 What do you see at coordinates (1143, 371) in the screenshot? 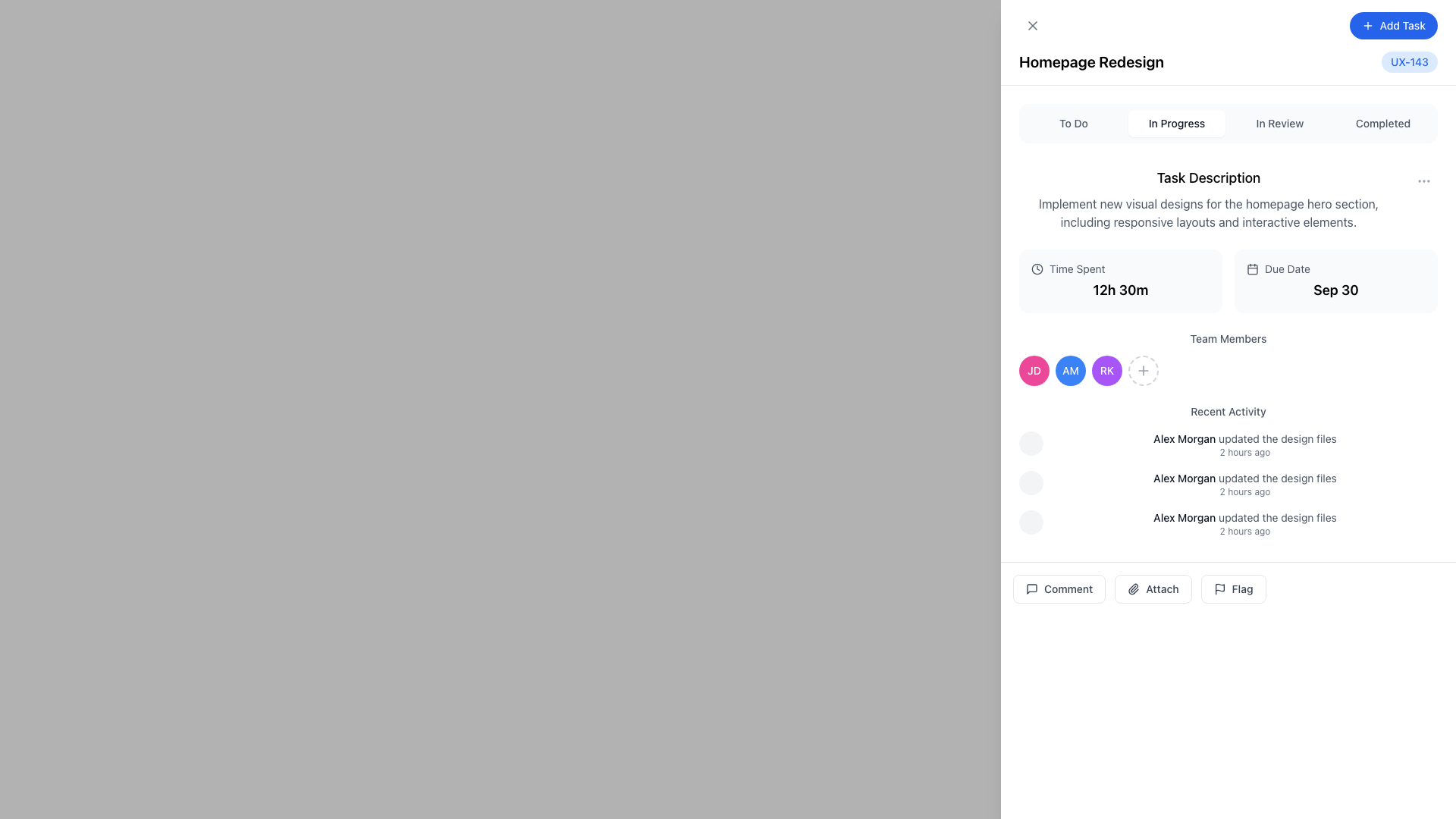
I see `the button used to add a new team member, located under 'Team Members', immediately following the purple avatar with 'RK'` at bounding box center [1143, 371].